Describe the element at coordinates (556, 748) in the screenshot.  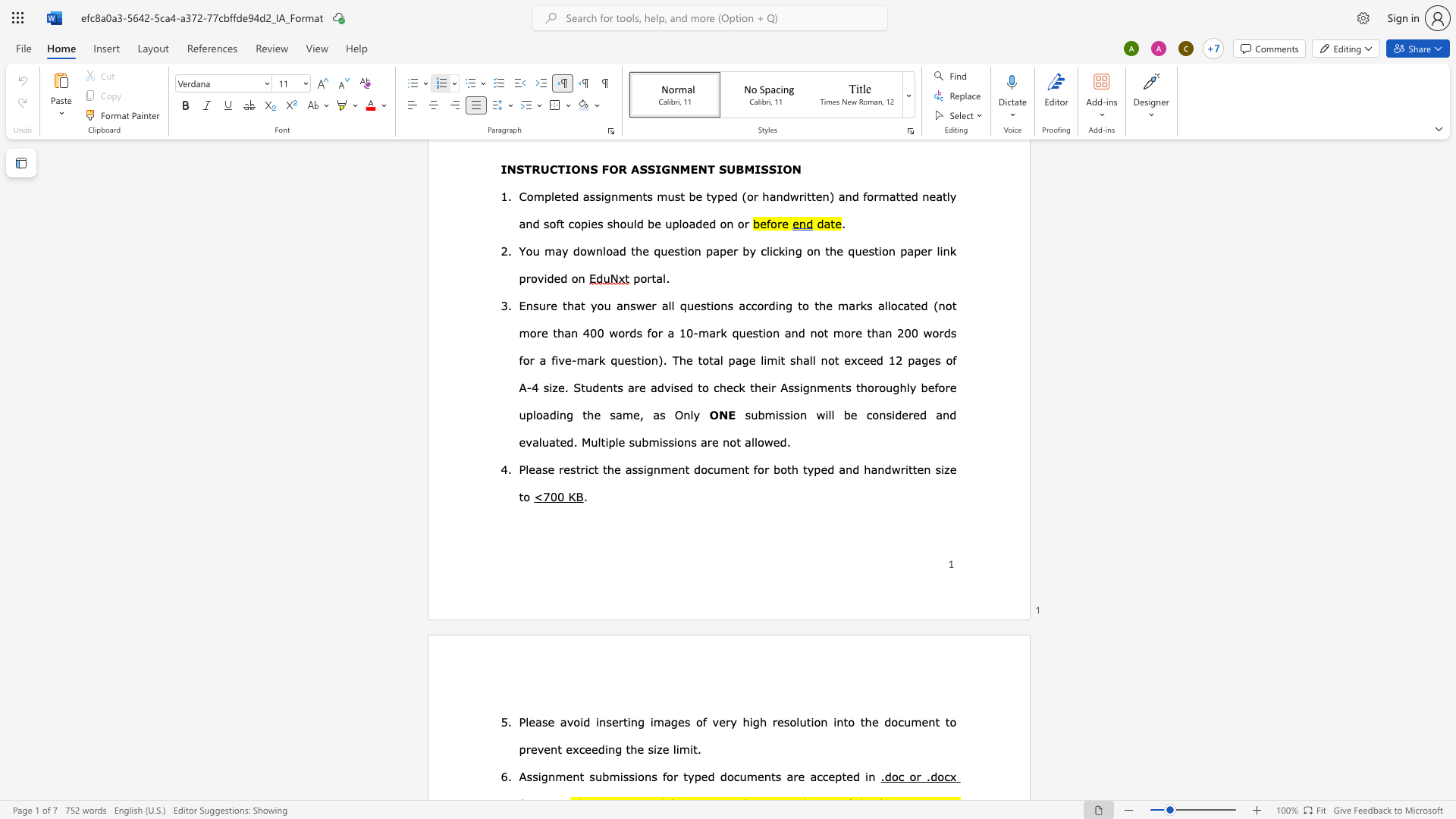
I see `the space between the continuous character "n" and "t" in the text` at that location.